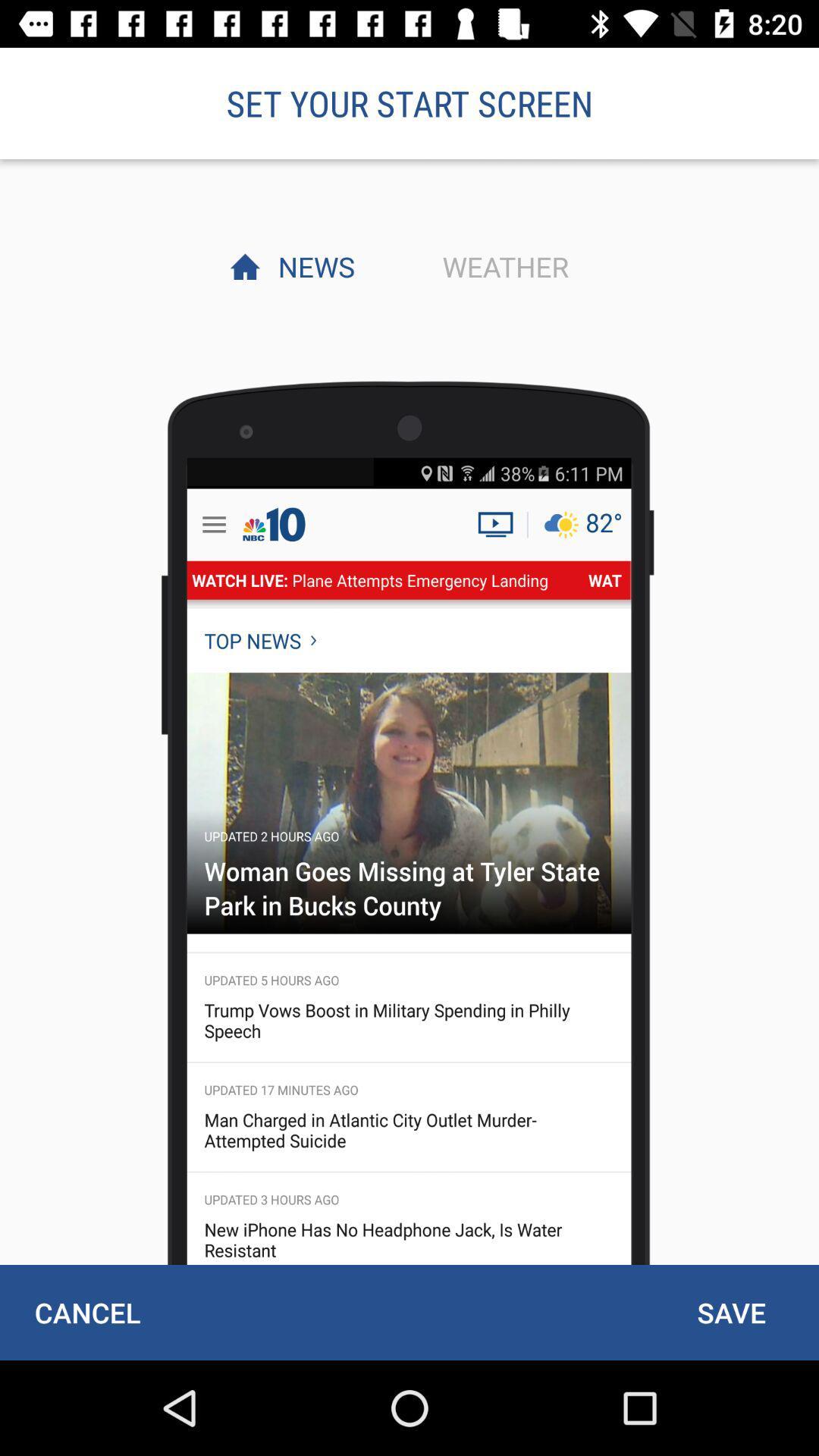 This screenshot has width=819, height=1456. I want to click on the icon below the set your start, so click(312, 266).